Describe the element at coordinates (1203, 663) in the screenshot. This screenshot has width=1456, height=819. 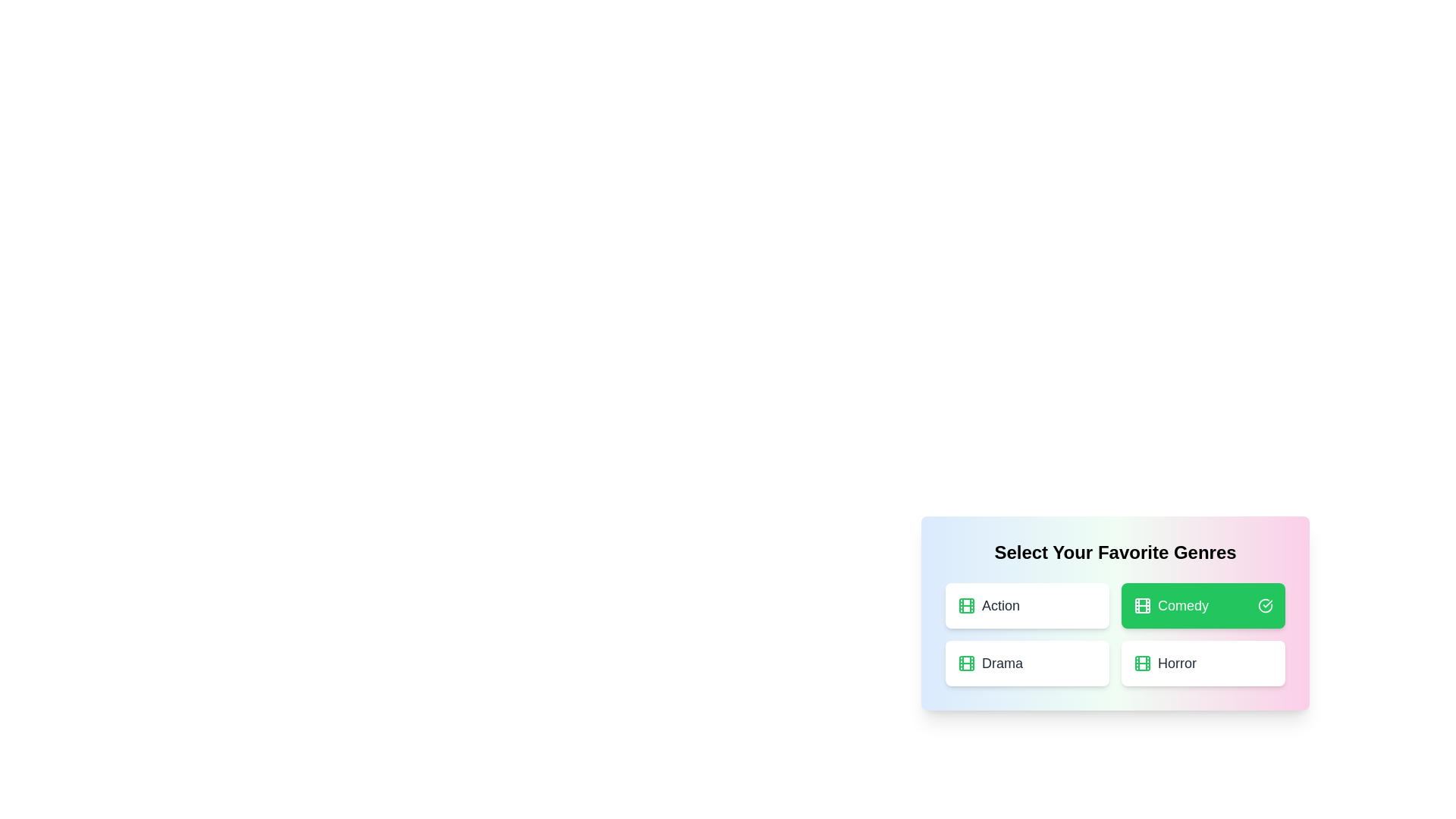
I see `the genre card labeled 'Horror' to observe its hover effect` at that location.